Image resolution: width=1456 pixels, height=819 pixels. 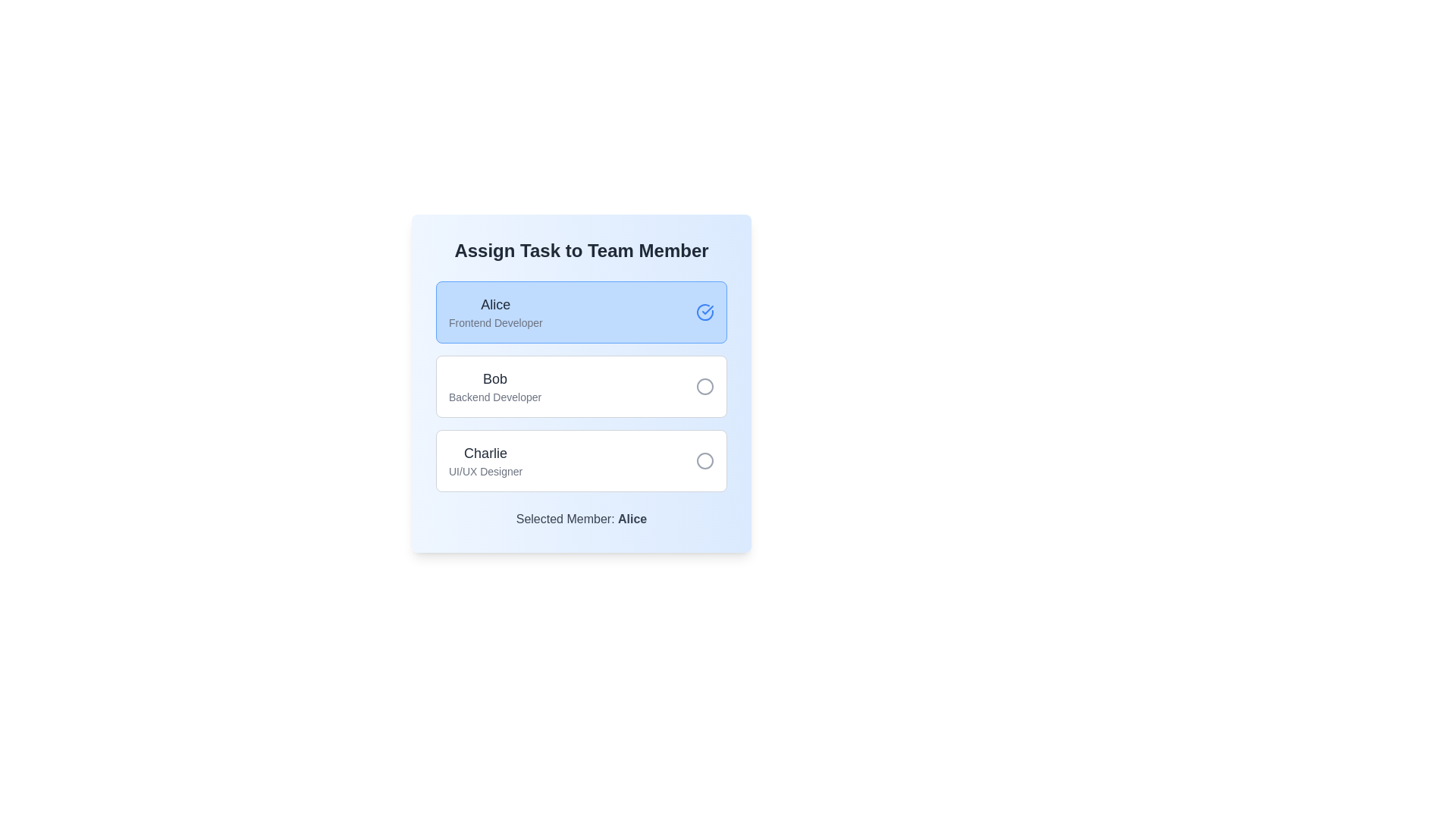 What do you see at coordinates (485, 460) in the screenshot?
I see `multi-line text label representing the selectable option for 'Charlie,' the UI/UX Designer, located in the third position beneath 'Alice' and 'Bob.'` at bounding box center [485, 460].